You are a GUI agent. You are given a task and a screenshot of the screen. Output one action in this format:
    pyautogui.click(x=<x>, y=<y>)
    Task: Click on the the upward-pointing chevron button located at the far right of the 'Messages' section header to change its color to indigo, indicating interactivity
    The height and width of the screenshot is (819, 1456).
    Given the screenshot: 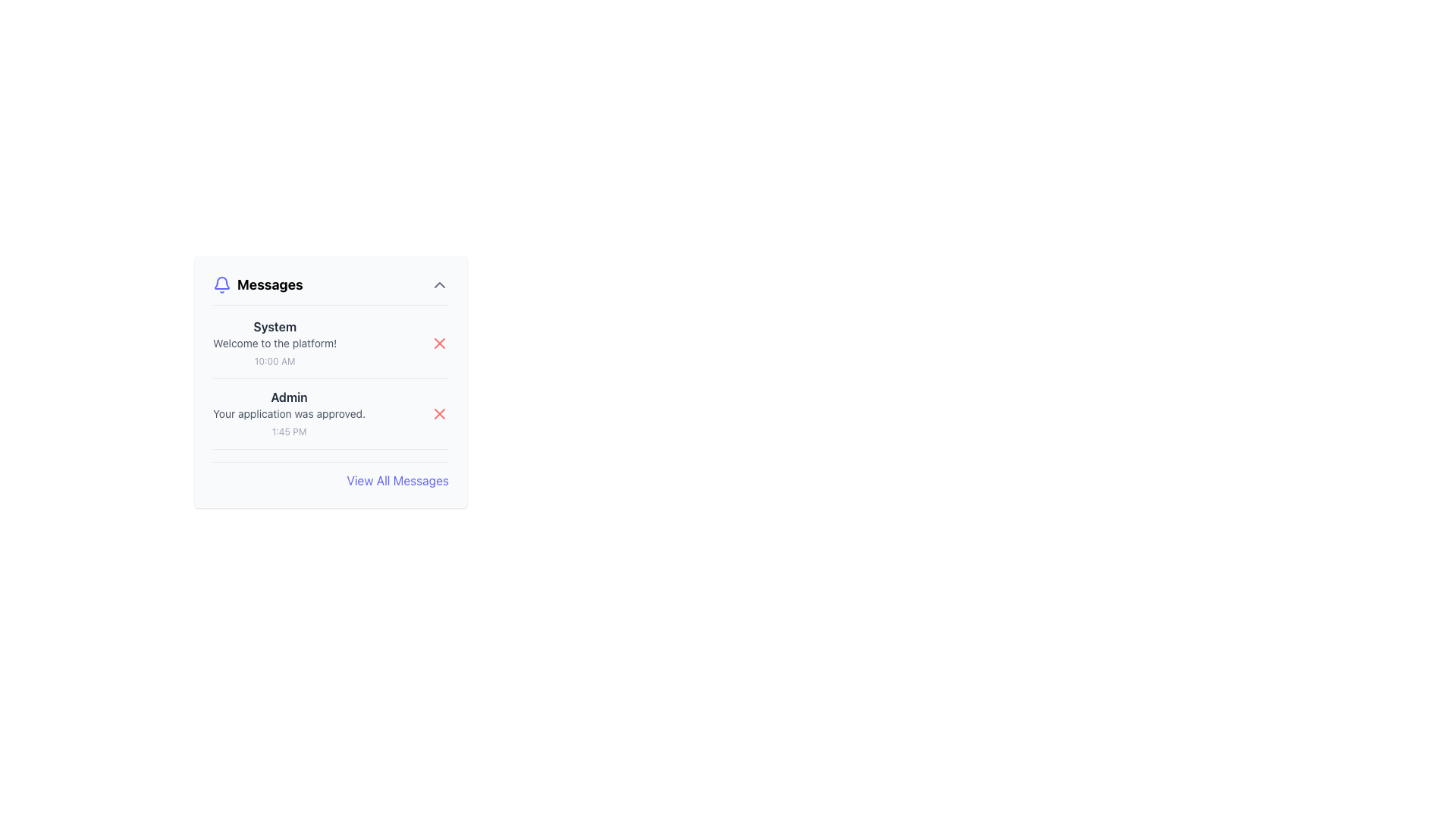 What is the action you would take?
    pyautogui.click(x=439, y=284)
    